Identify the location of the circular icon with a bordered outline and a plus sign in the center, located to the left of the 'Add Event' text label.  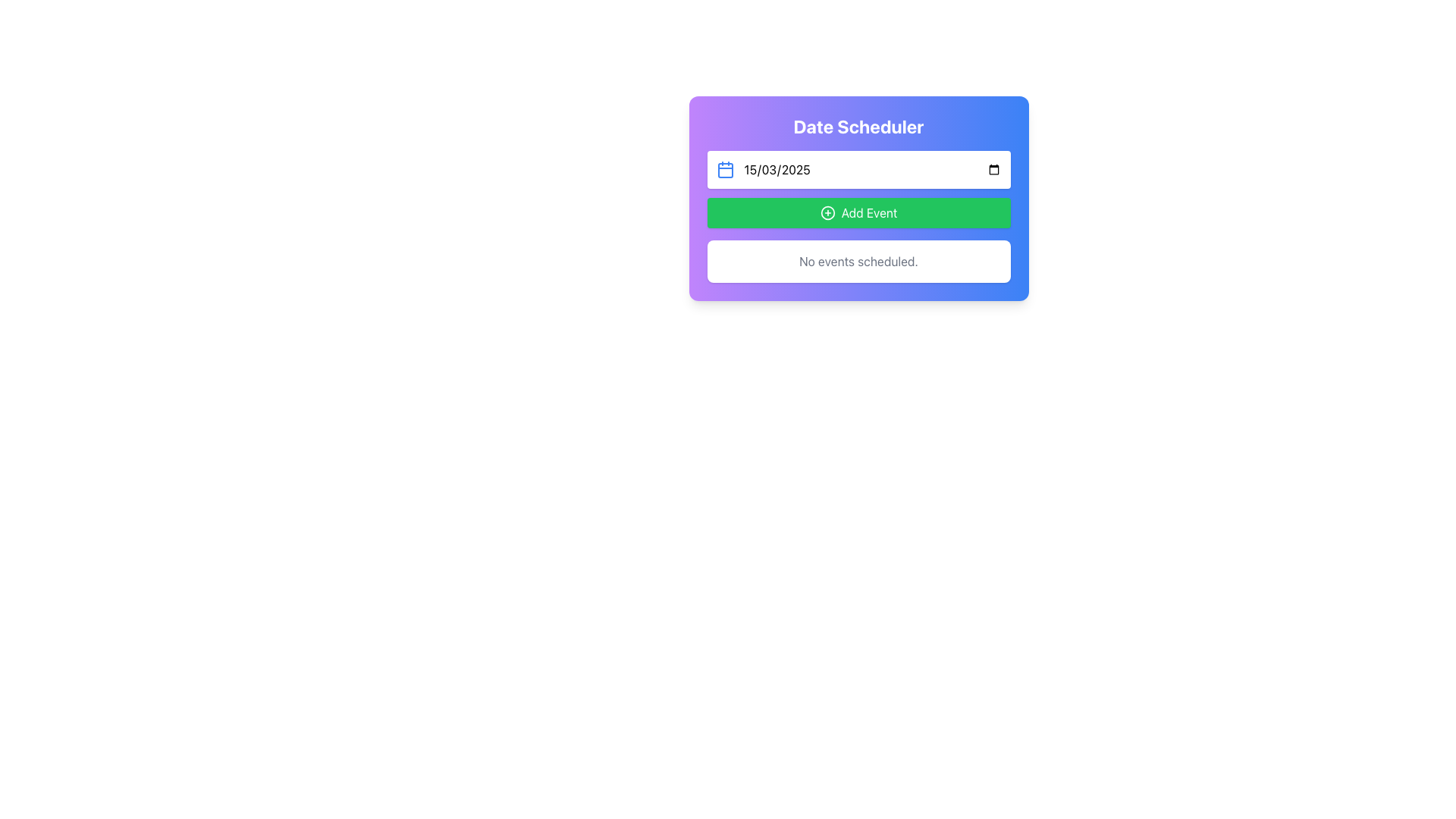
(827, 213).